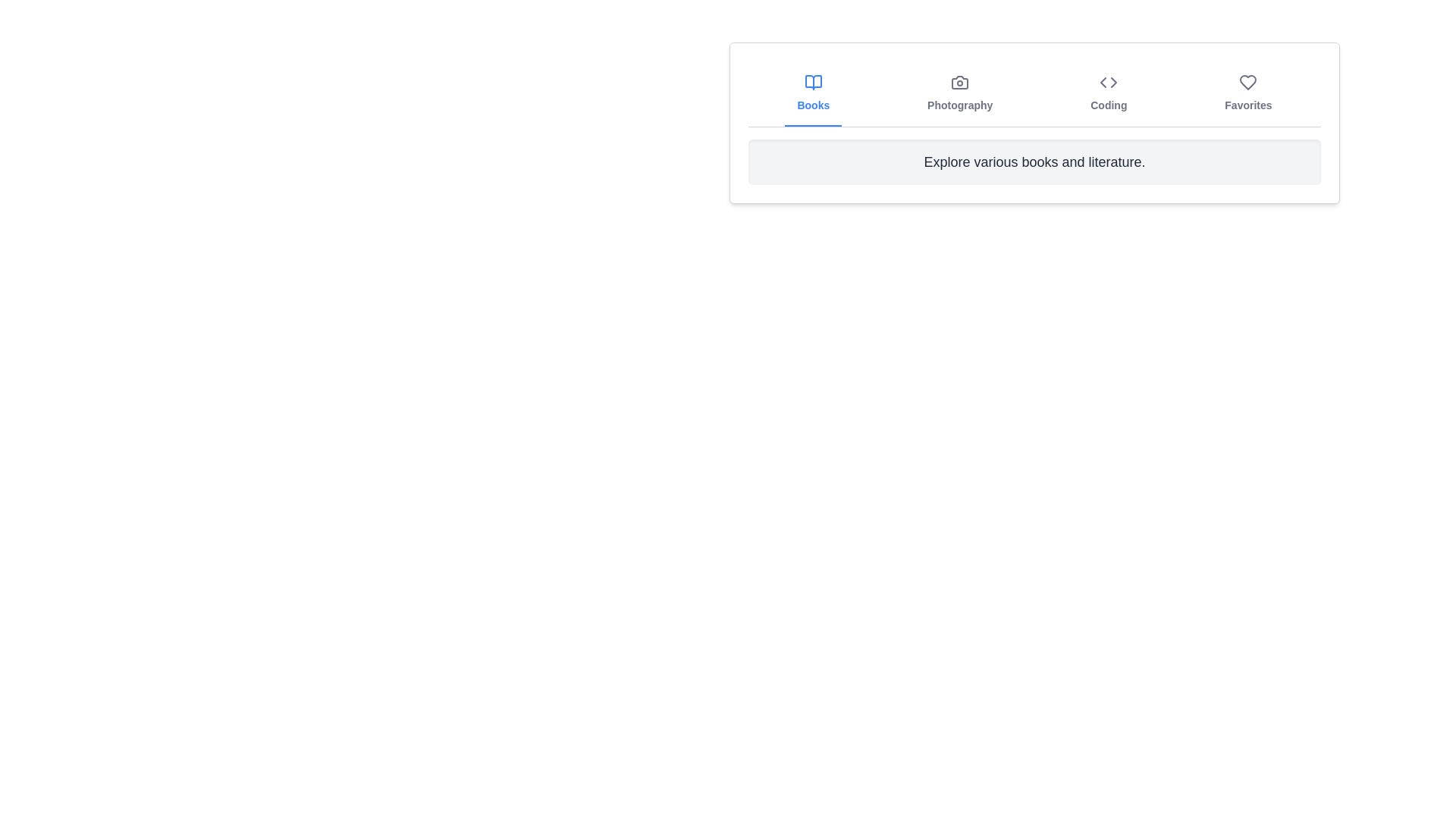  What do you see at coordinates (1109, 82) in the screenshot?
I see `icon representing the code-related section, positioned as the third item from the left in the header bar, located above the 'Coding' label` at bounding box center [1109, 82].